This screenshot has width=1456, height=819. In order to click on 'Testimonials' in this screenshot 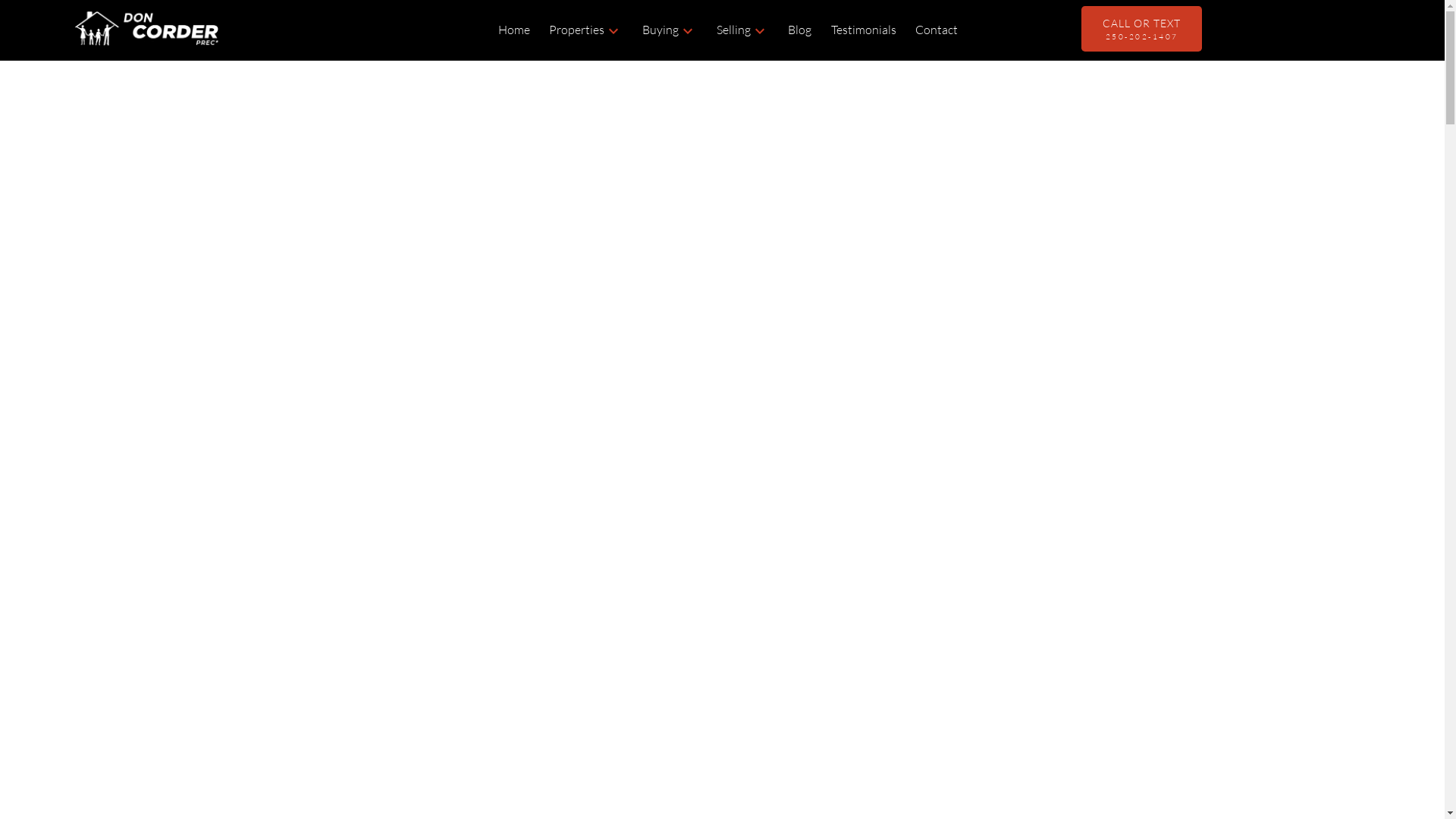, I will do `click(863, 30)`.